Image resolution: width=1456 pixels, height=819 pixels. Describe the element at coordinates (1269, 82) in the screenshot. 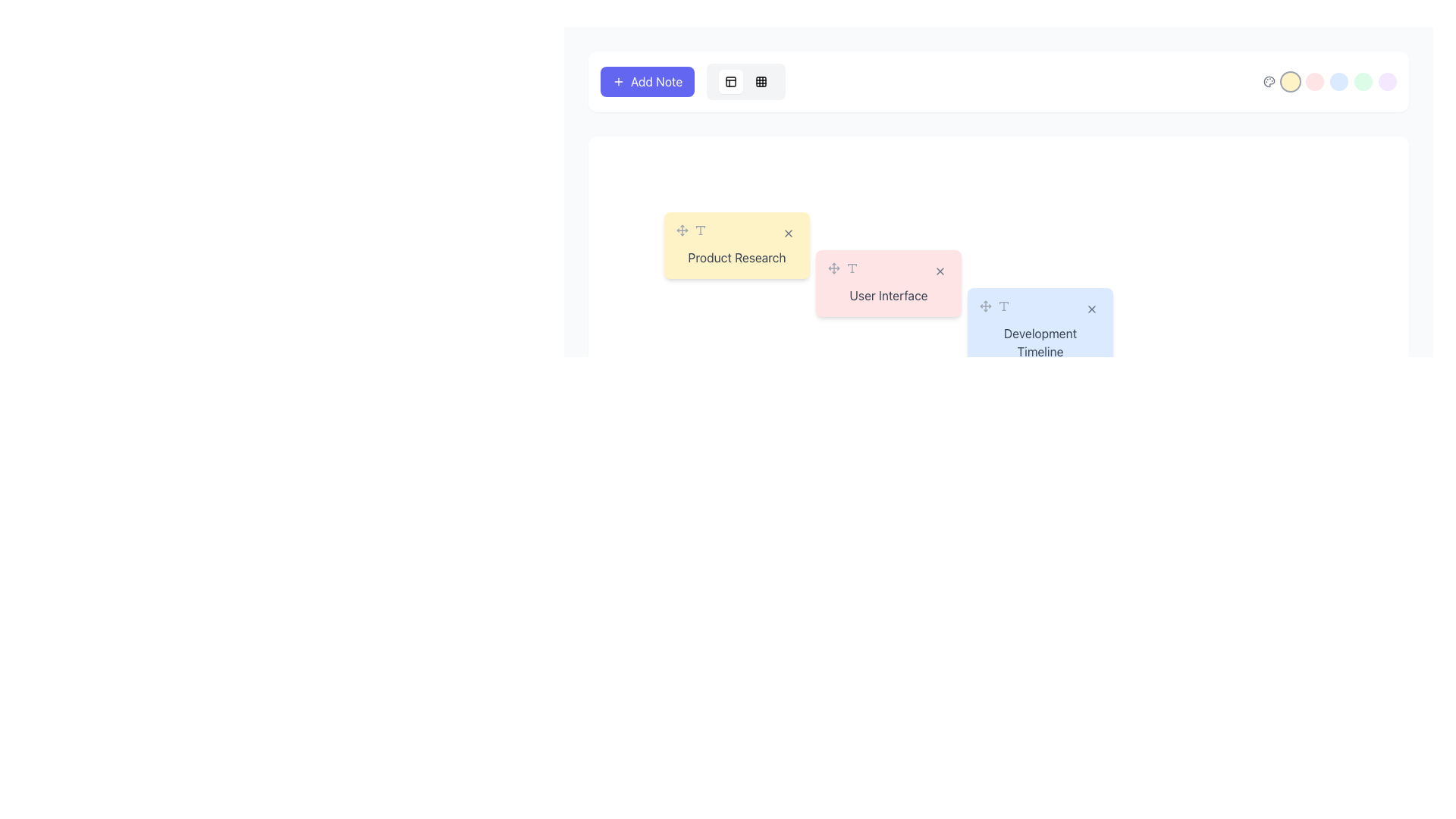

I see `the decorative SVG icon representing a 'palette' or 'color scheme' concept, which is the first element on the left within a row of circular, colored indicators located in the top-right region of the interface` at that location.